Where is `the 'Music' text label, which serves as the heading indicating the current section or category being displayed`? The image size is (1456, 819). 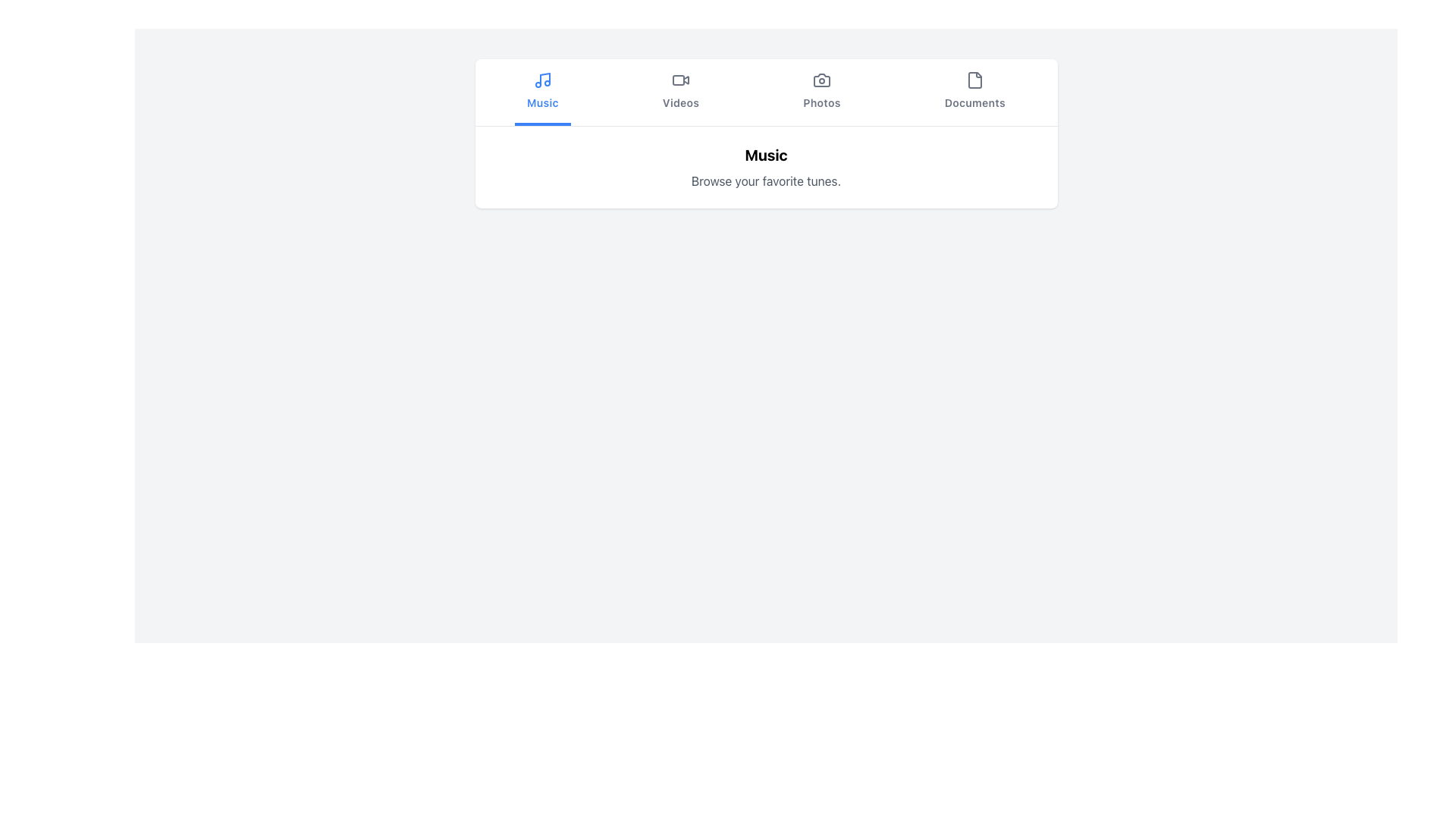 the 'Music' text label, which serves as the heading indicating the current section or category being displayed is located at coordinates (766, 155).